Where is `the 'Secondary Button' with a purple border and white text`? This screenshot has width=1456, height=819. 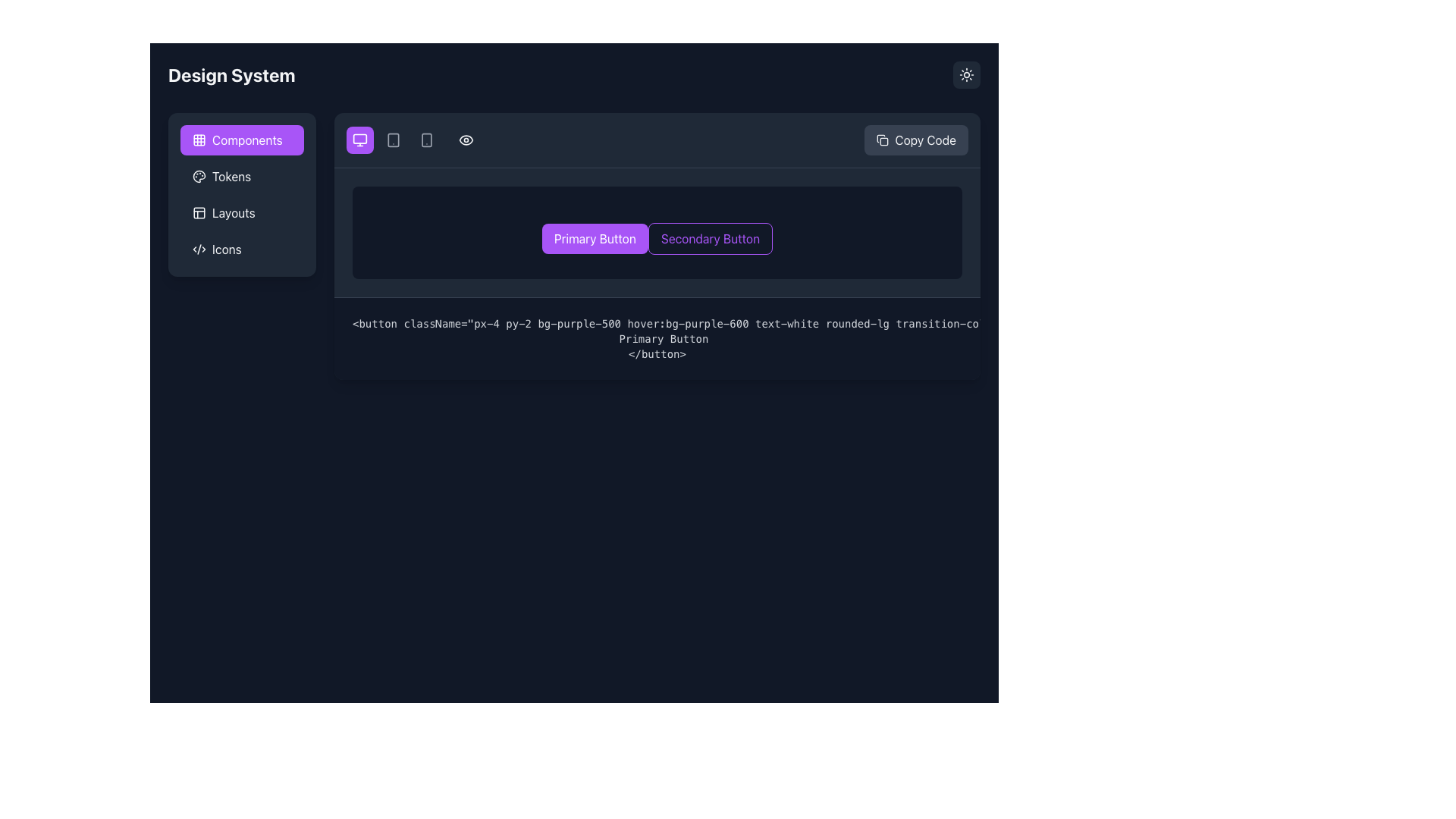
the 'Secondary Button' with a purple border and white text is located at coordinates (657, 233).